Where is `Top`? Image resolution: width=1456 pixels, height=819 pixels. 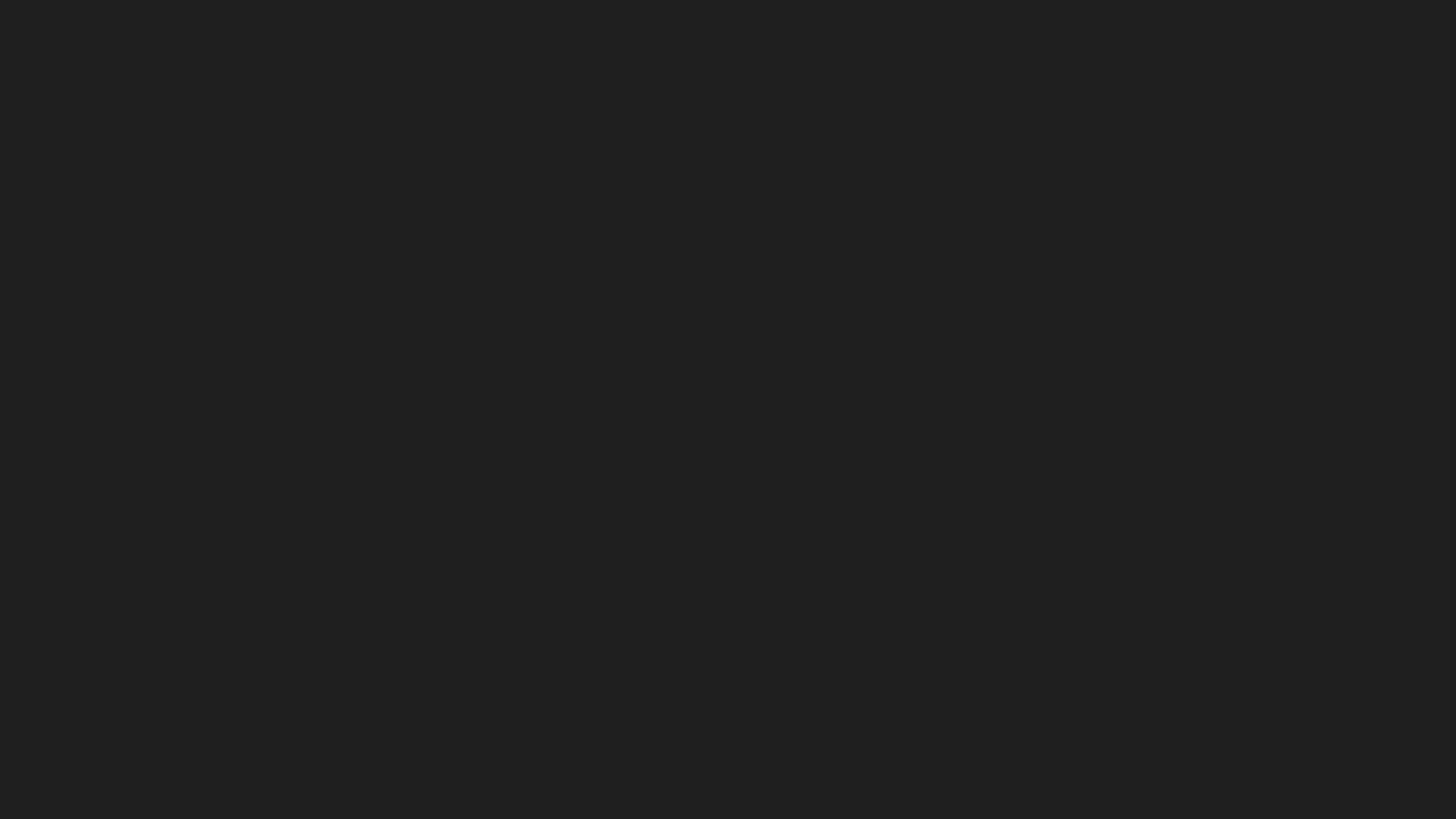
Top is located at coordinates (462, 328).